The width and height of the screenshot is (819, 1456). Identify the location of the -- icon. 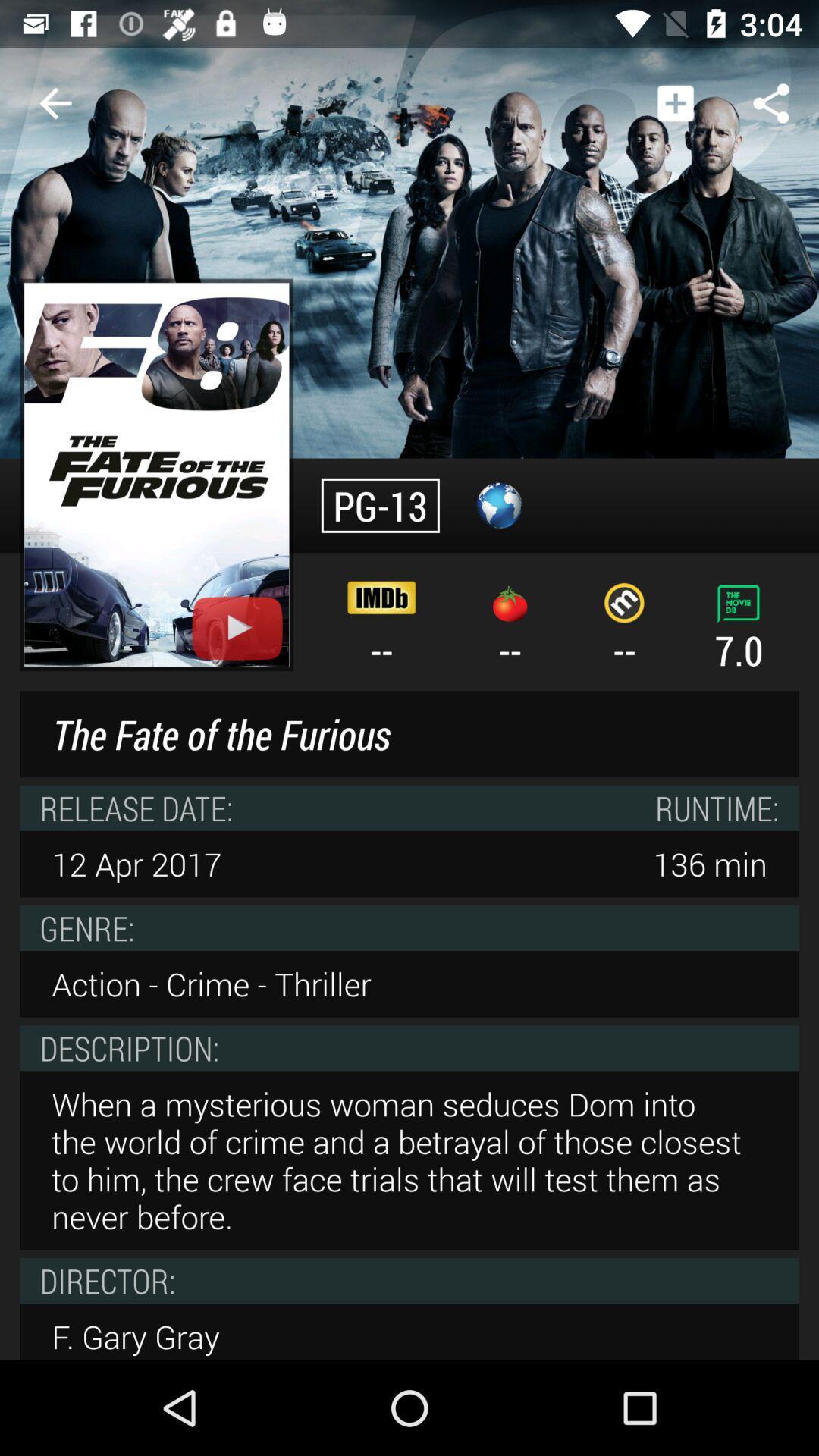
(381, 625).